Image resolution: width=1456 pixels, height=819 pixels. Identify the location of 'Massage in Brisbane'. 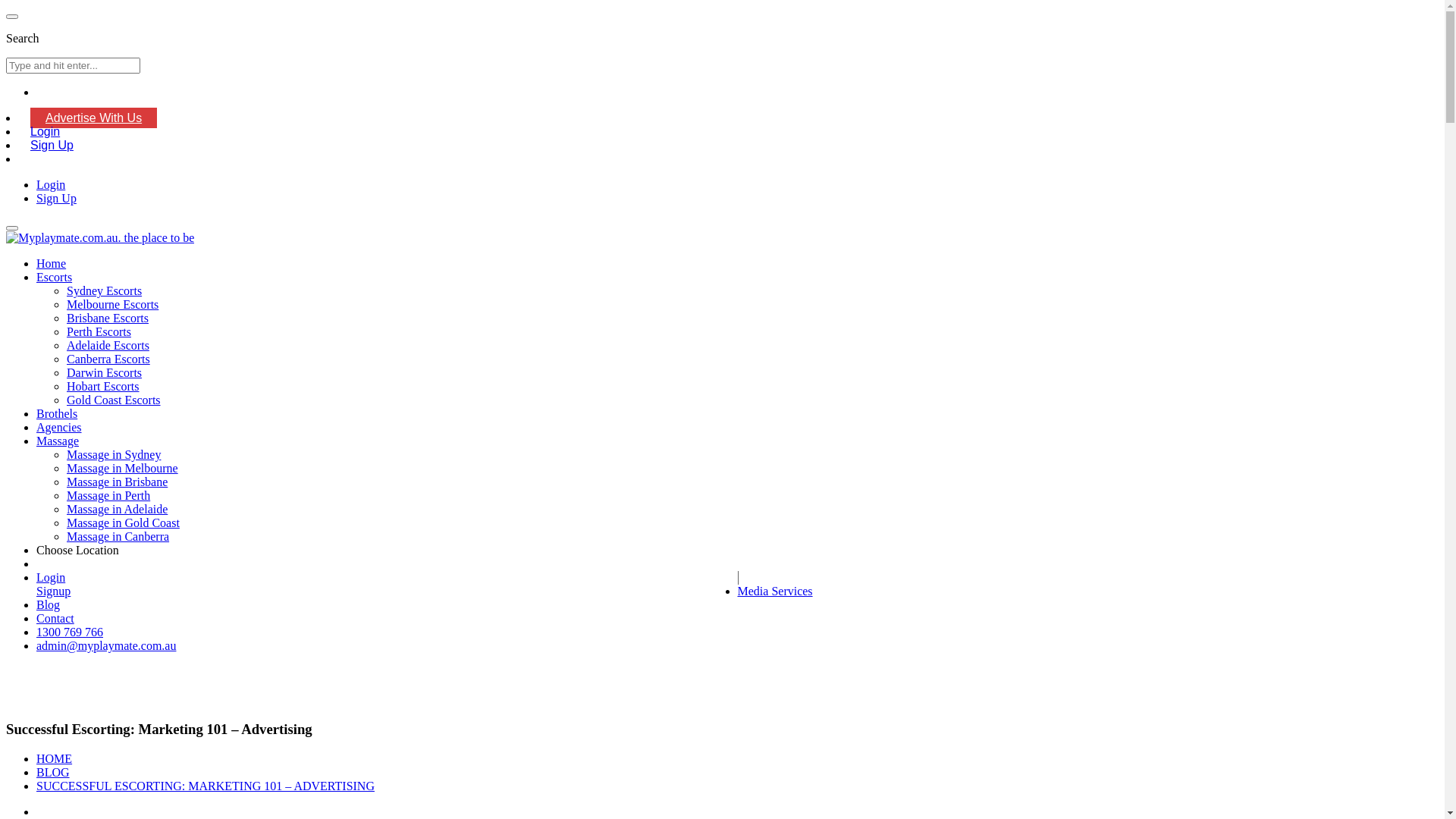
(116, 482).